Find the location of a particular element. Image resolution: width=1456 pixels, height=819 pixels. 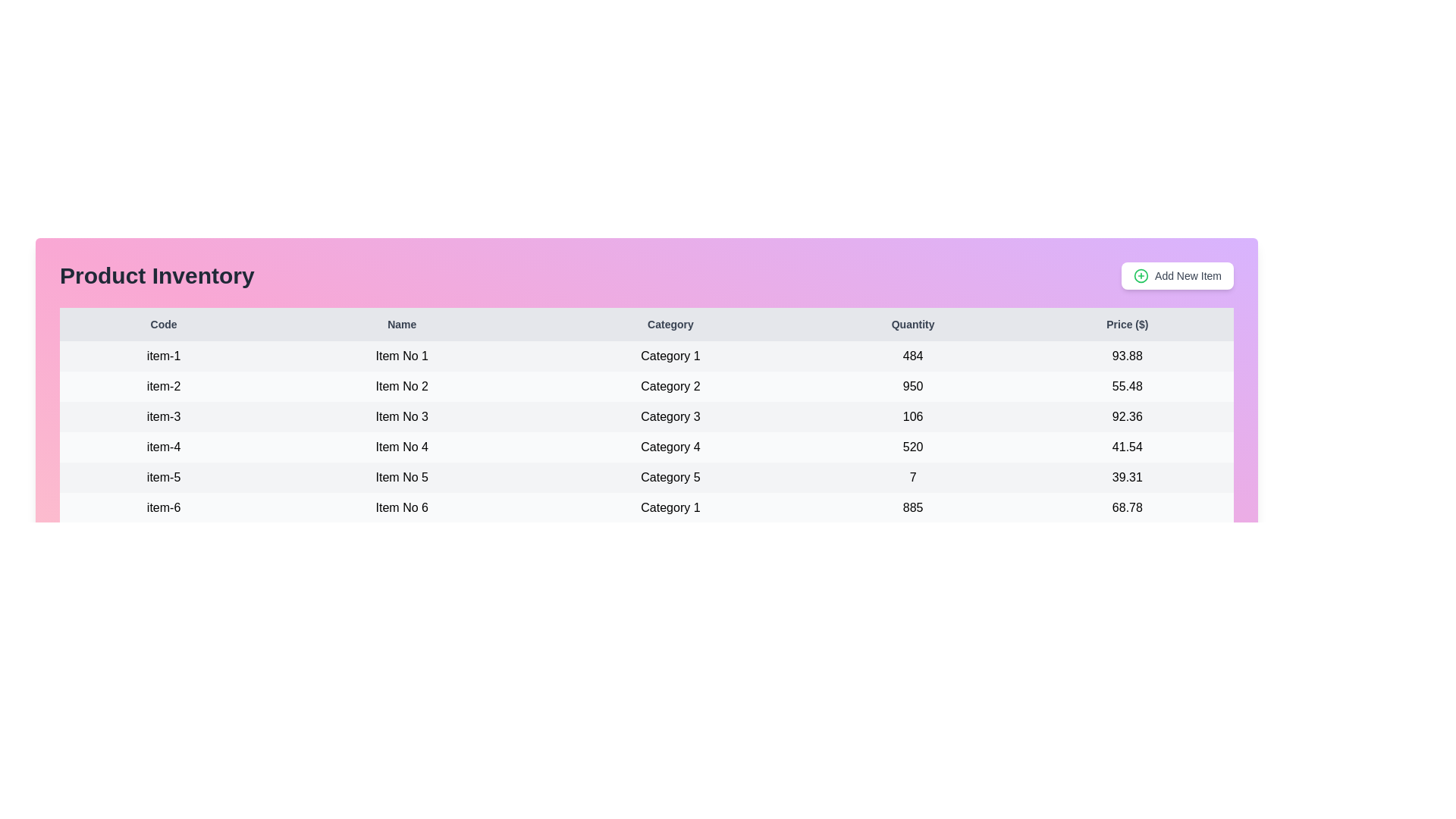

the table header Name to observe sorting functionality is located at coordinates (401, 324).